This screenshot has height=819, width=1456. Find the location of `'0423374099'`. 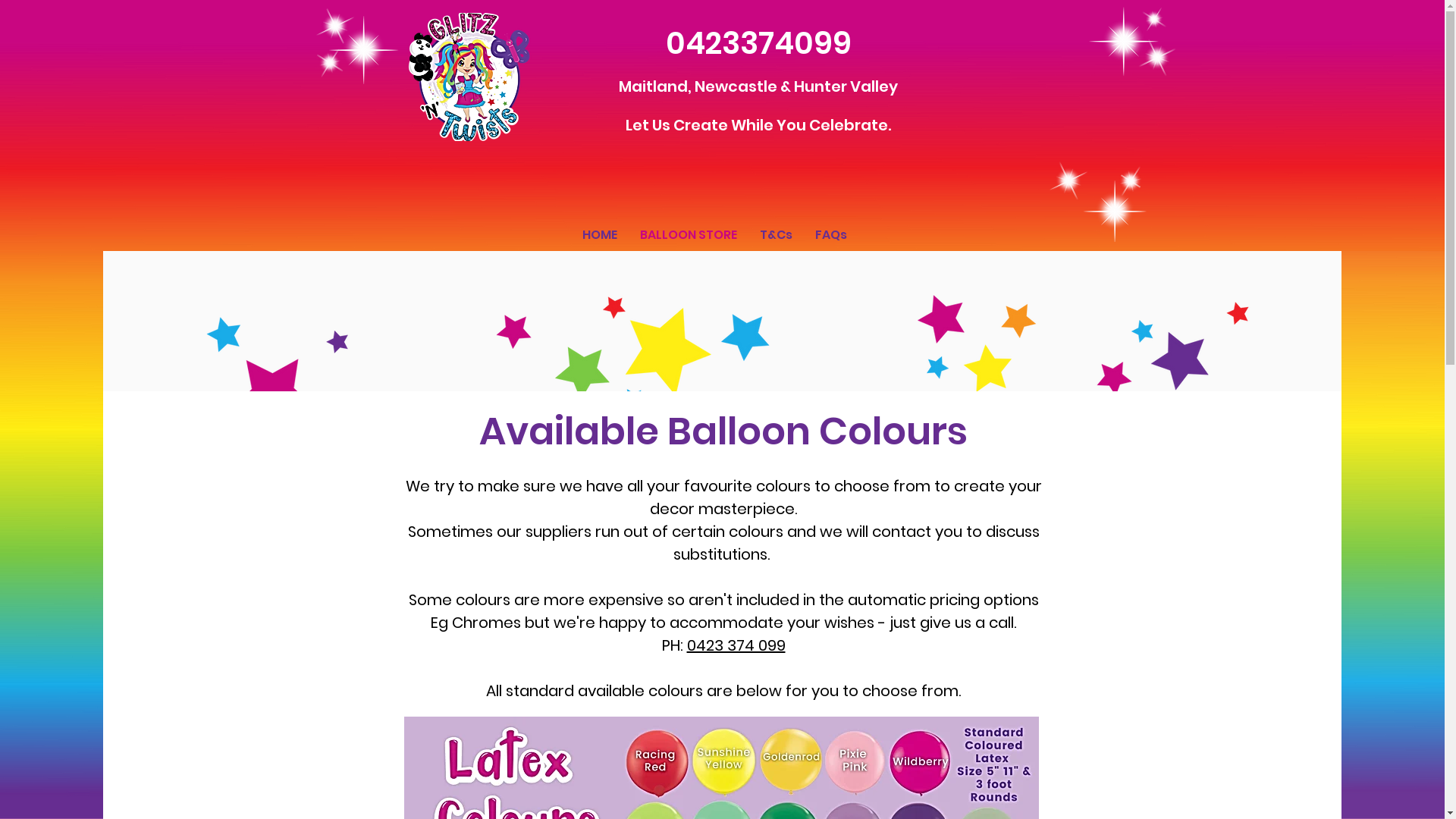

'0423374099' is located at coordinates (666, 42).